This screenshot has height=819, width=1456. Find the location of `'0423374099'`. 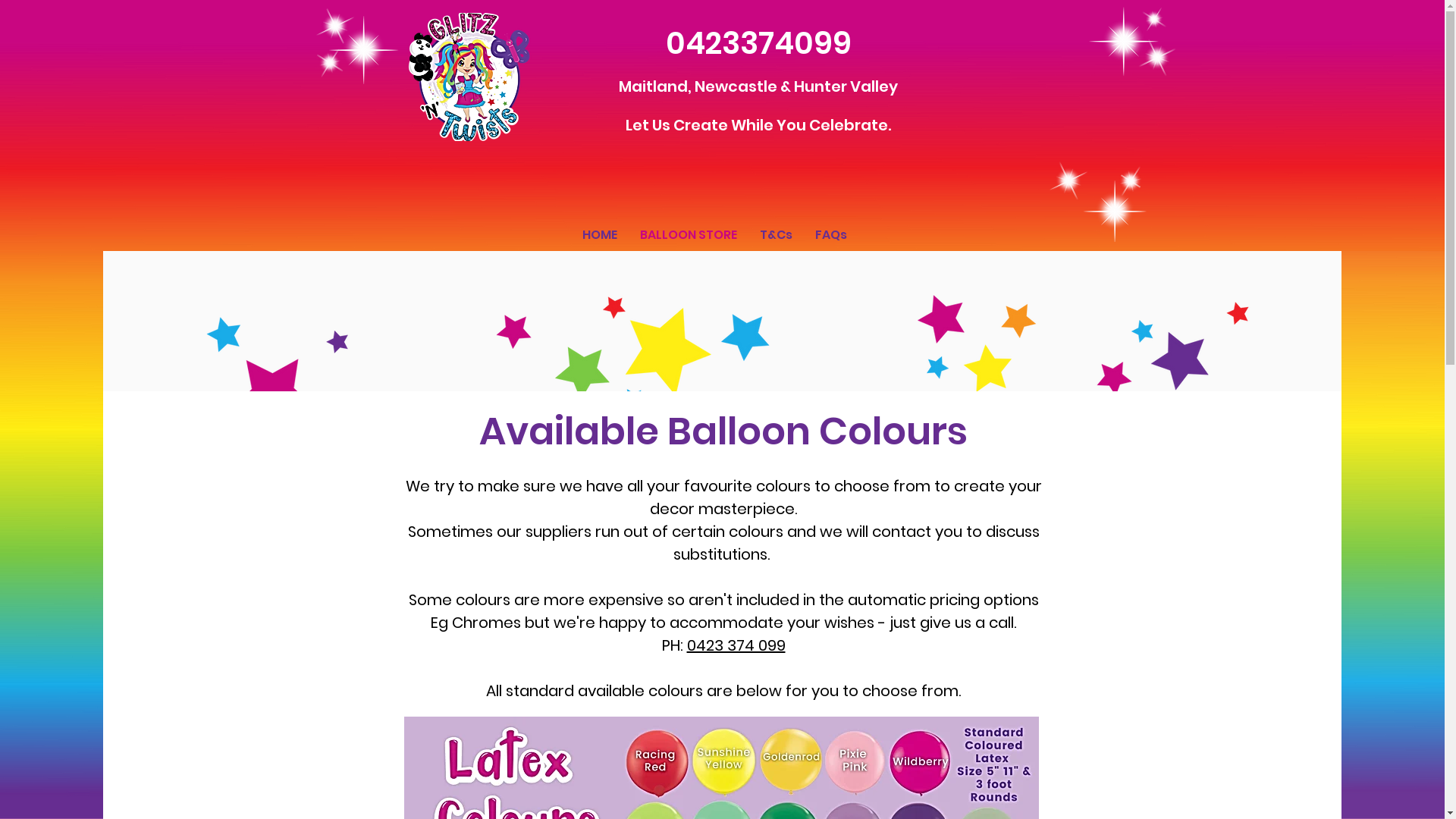

'0423374099' is located at coordinates (666, 42).